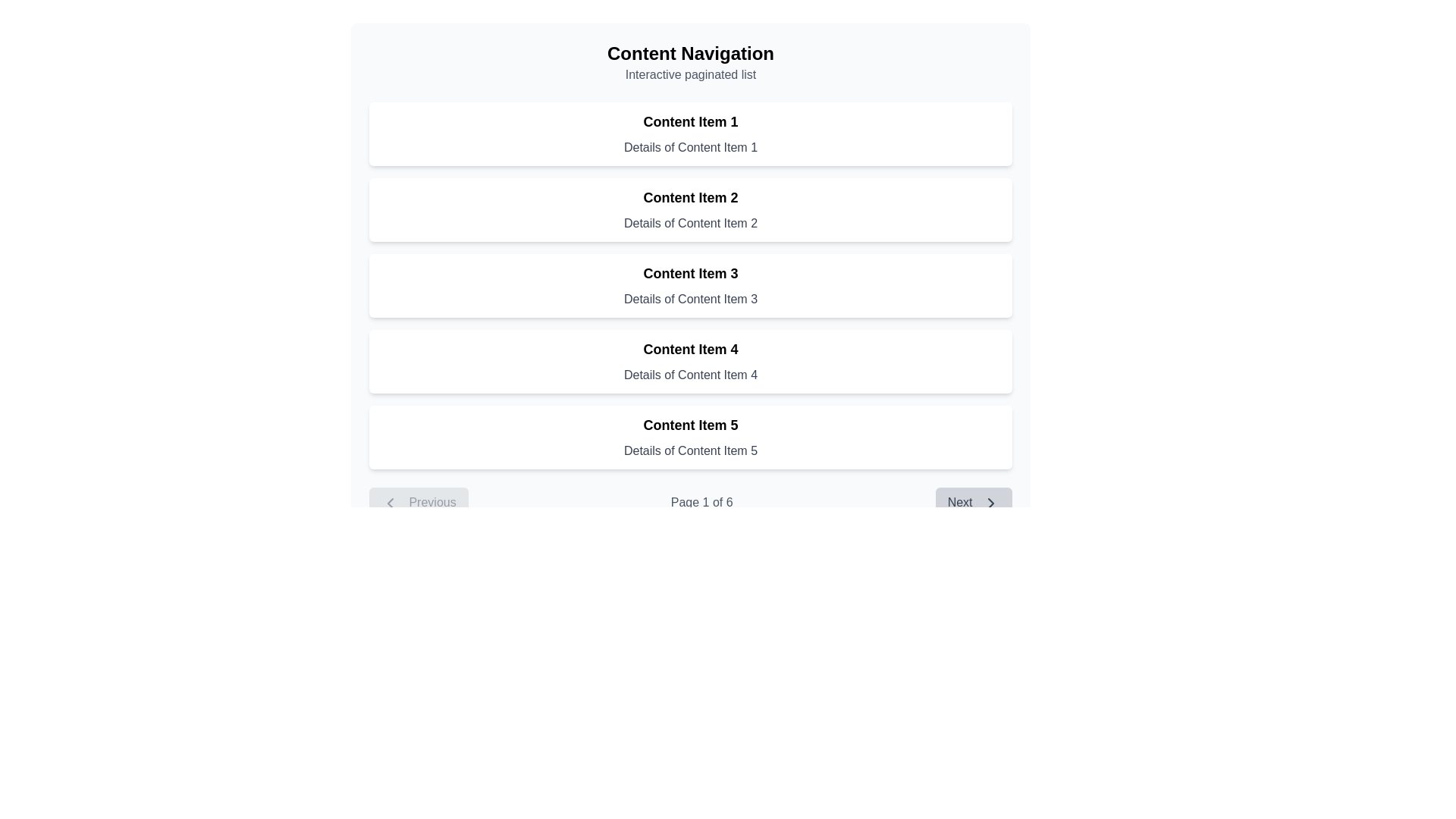 This screenshot has height=819, width=1456. What do you see at coordinates (690, 274) in the screenshot?
I see `the text label that serves as the title for the third content item in the list` at bounding box center [690, 274].